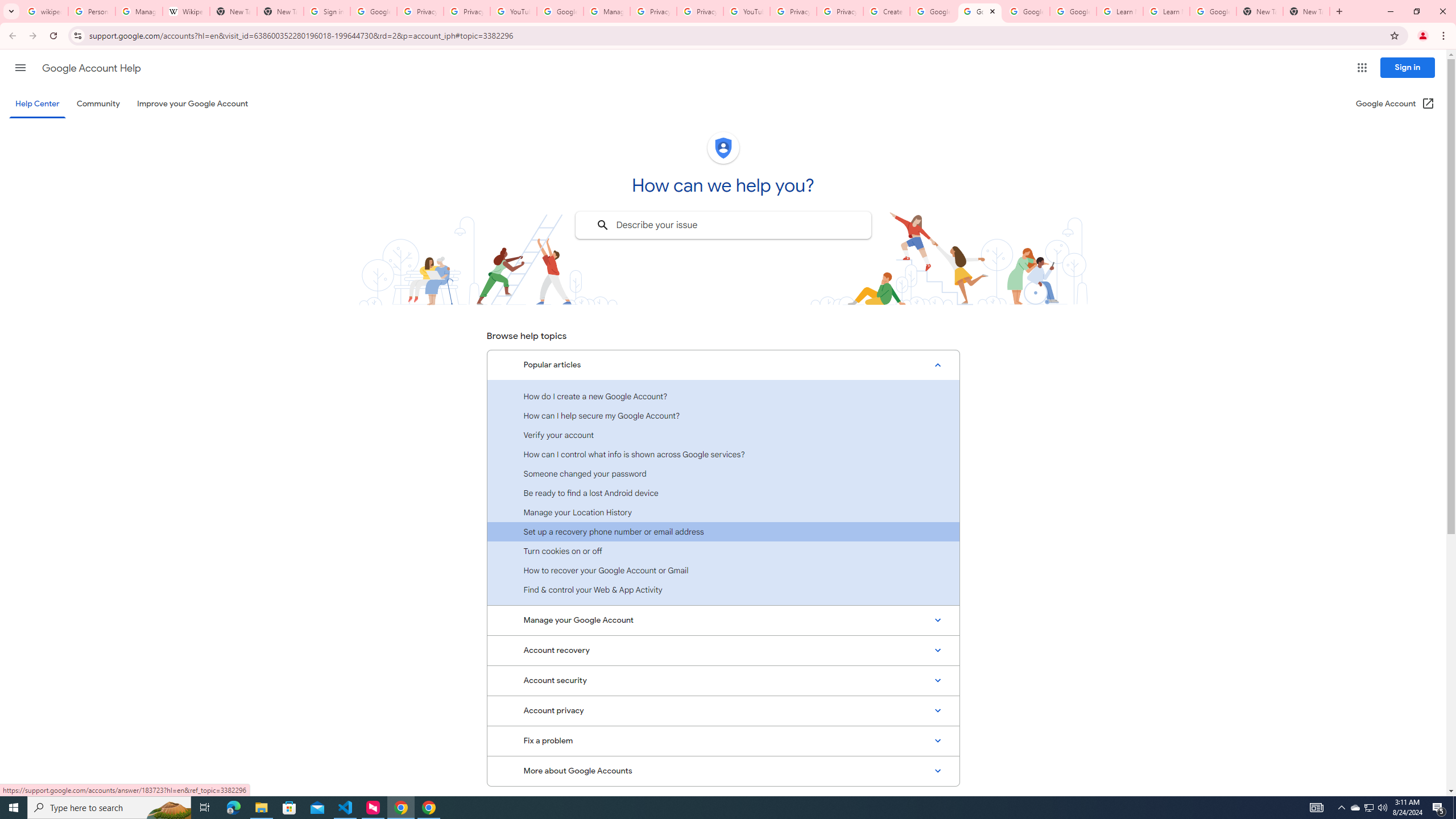  Describe the element at coordinates (1306, 11) in the screenshot. I see `'New Tab'` at that location.